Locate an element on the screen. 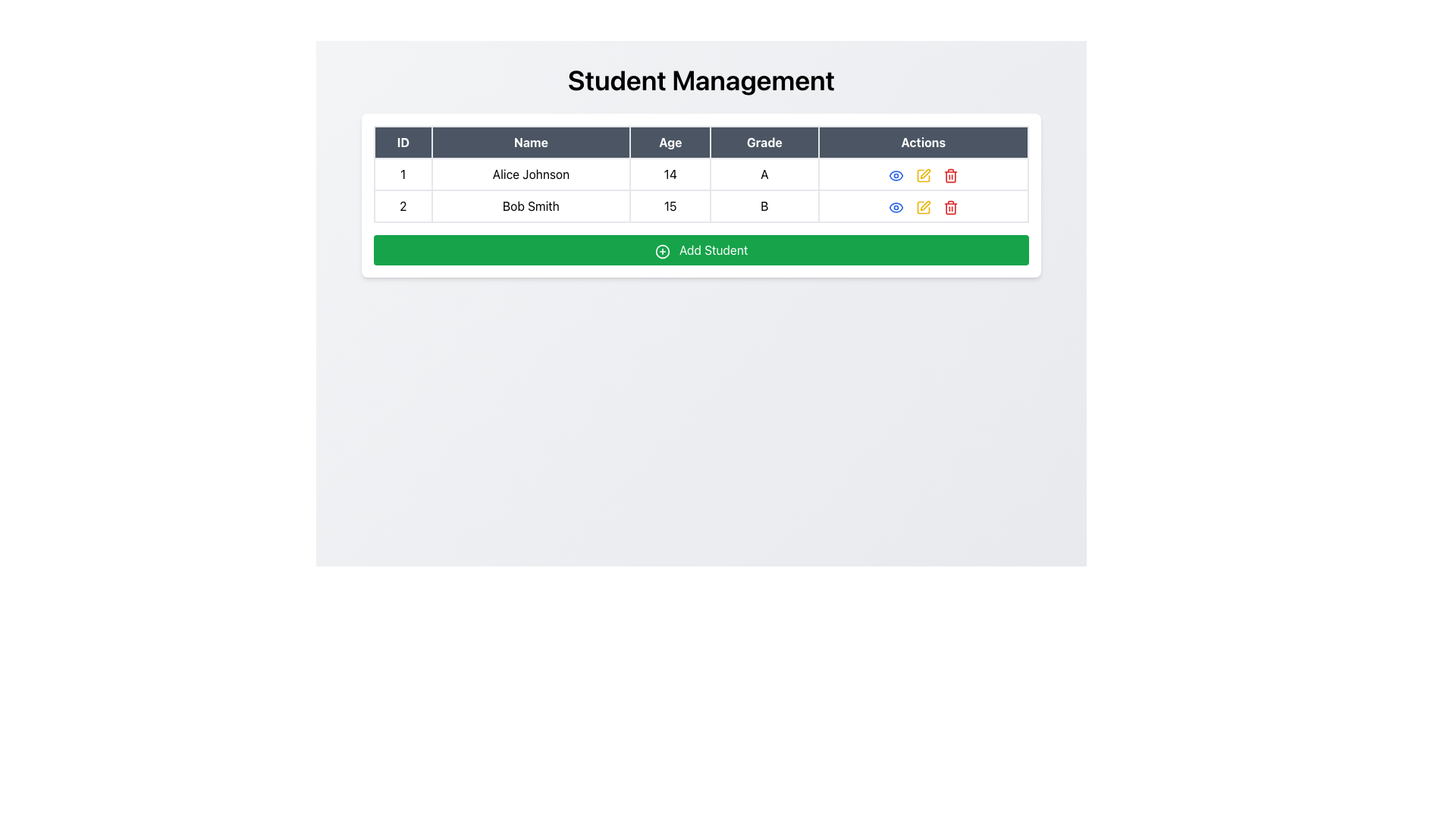 This screenshot has width=1456, height=819. the circular 'plus' icon within the 'Add Student' button is located at coordinates (662, 250).